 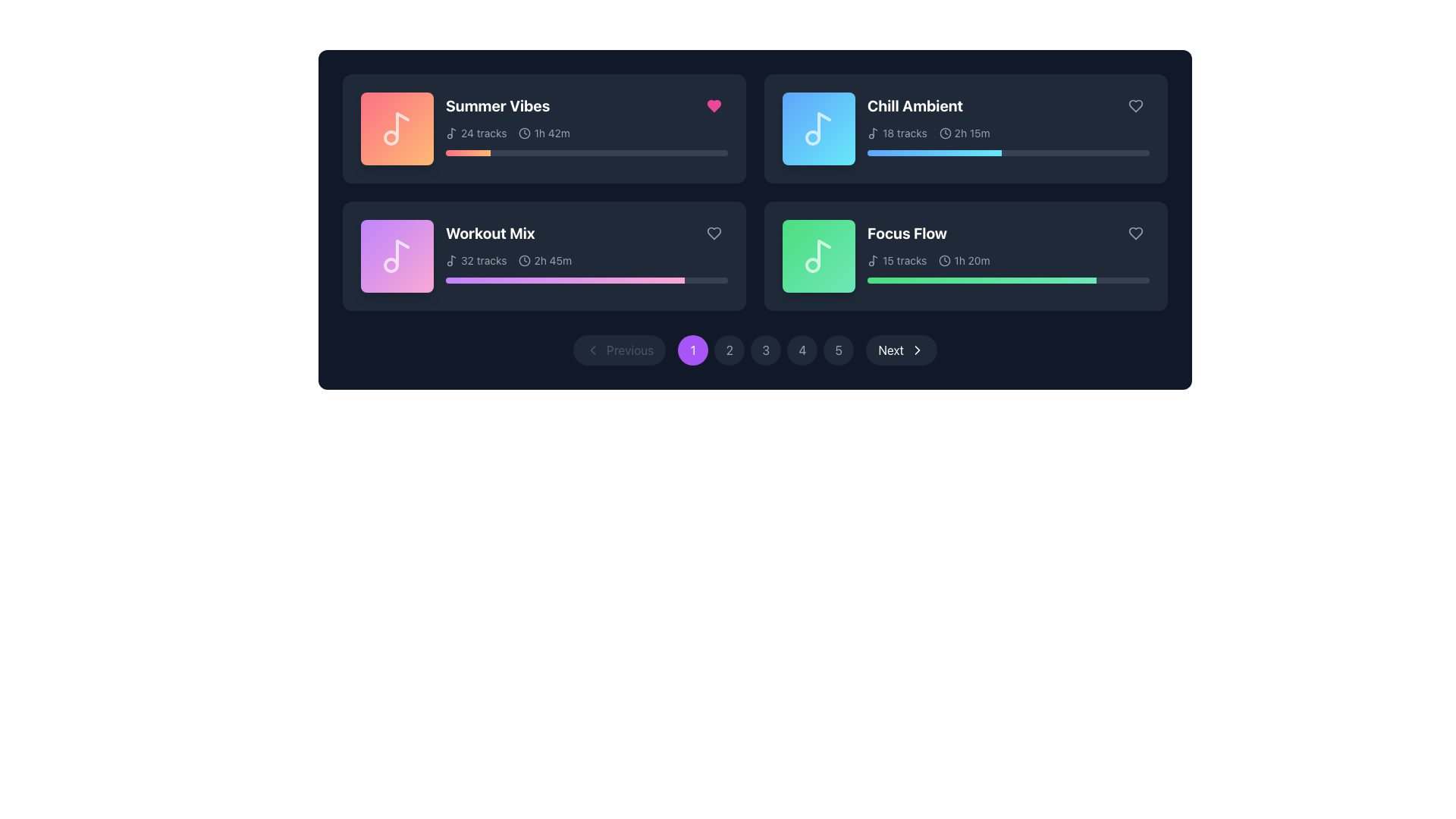 What do you see at coordinates (1135, 105) in the screenshot?
I see `the 'like' or 'favorite' heart icon located at the top right corner of the 'Chill Ambient' track card` at bounding box center [1135, 105].